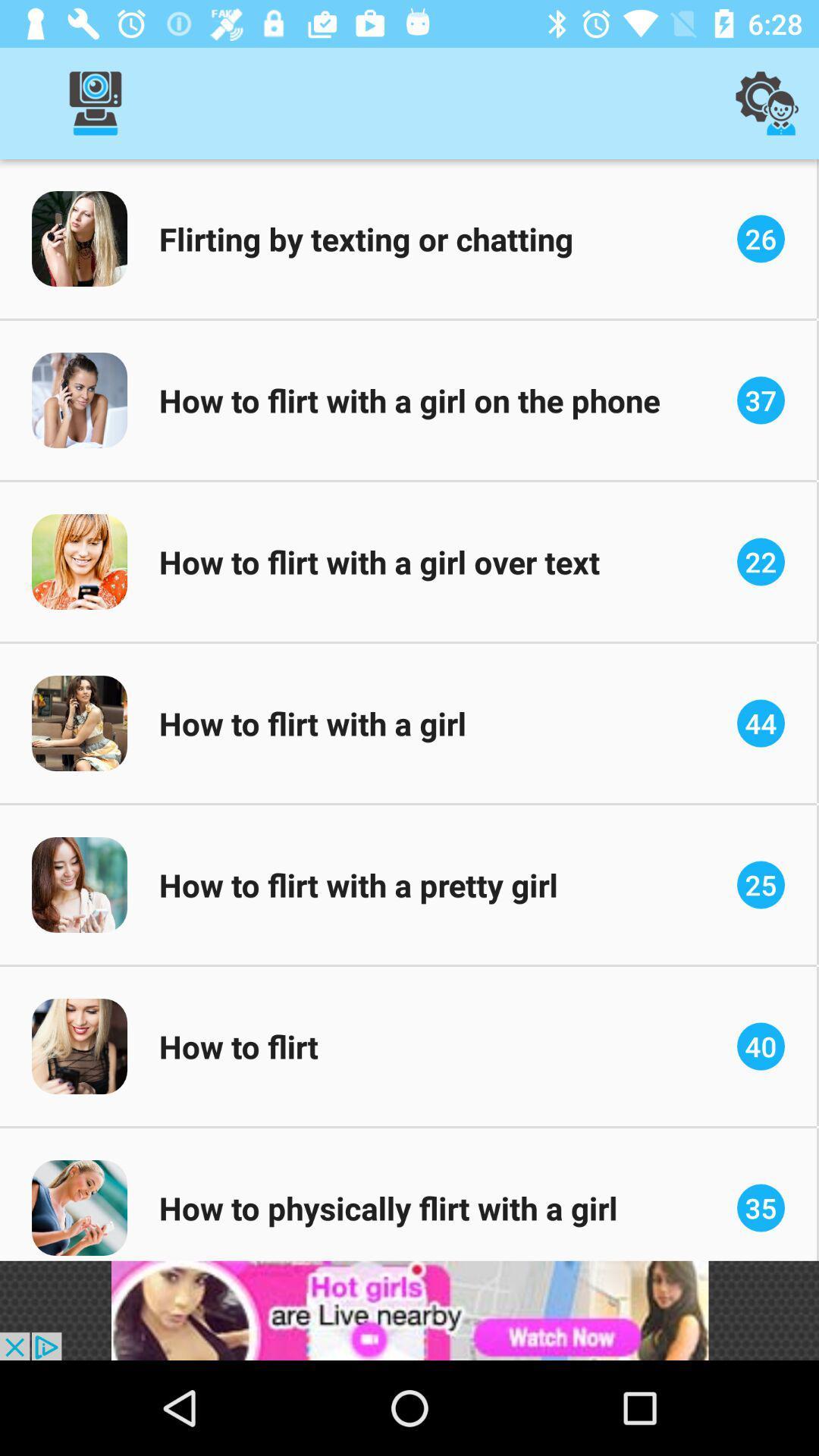 This screenshot has width=819, height=1456. I want to click on the image which is left to the text how to flirt with a pretty girl, so click(79, 884).